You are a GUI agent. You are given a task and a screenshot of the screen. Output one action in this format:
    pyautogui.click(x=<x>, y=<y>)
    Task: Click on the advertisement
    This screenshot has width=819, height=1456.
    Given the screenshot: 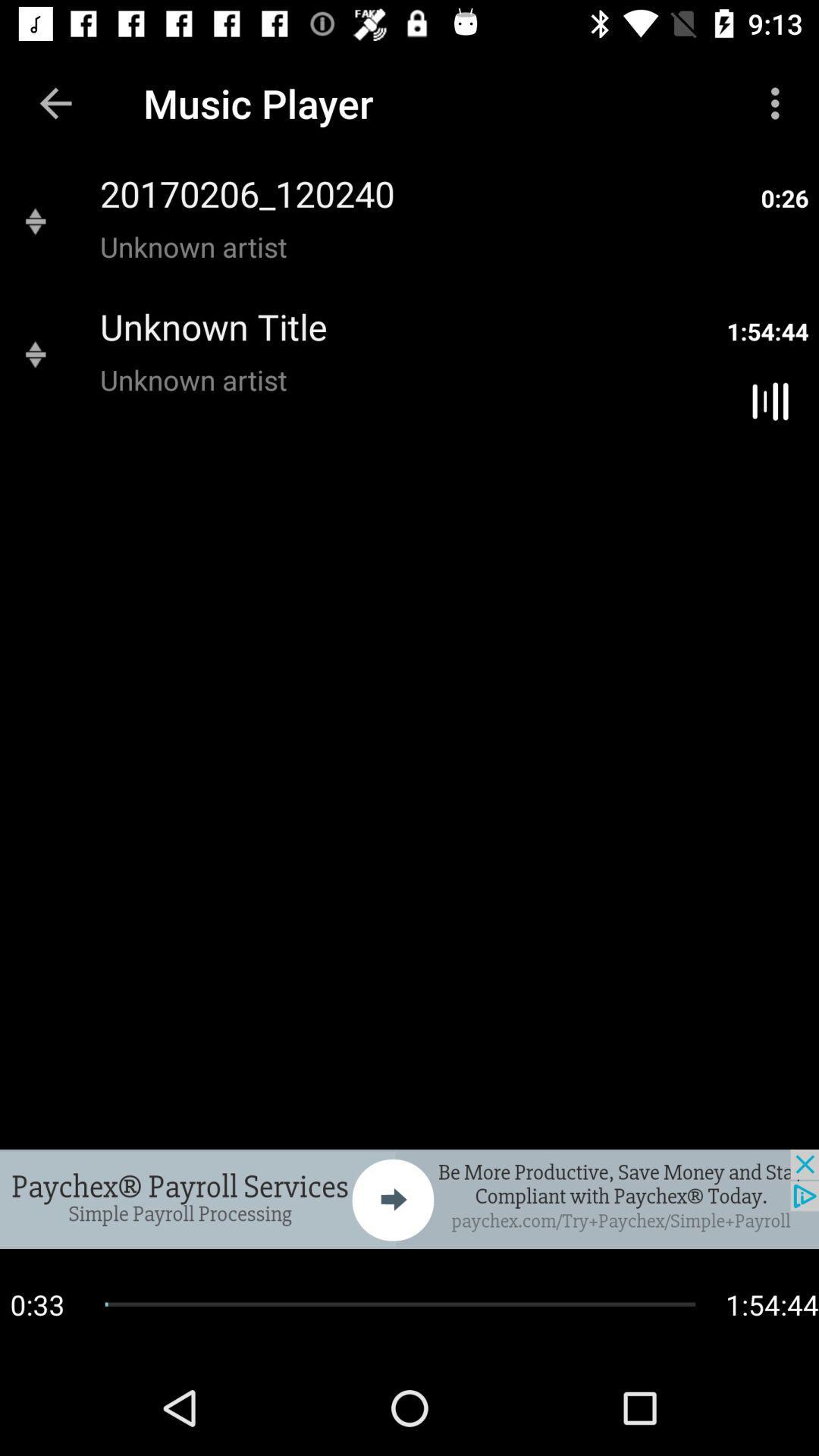 What is the action you would take?
    pyautogui.click(x=409, y=1198)
    